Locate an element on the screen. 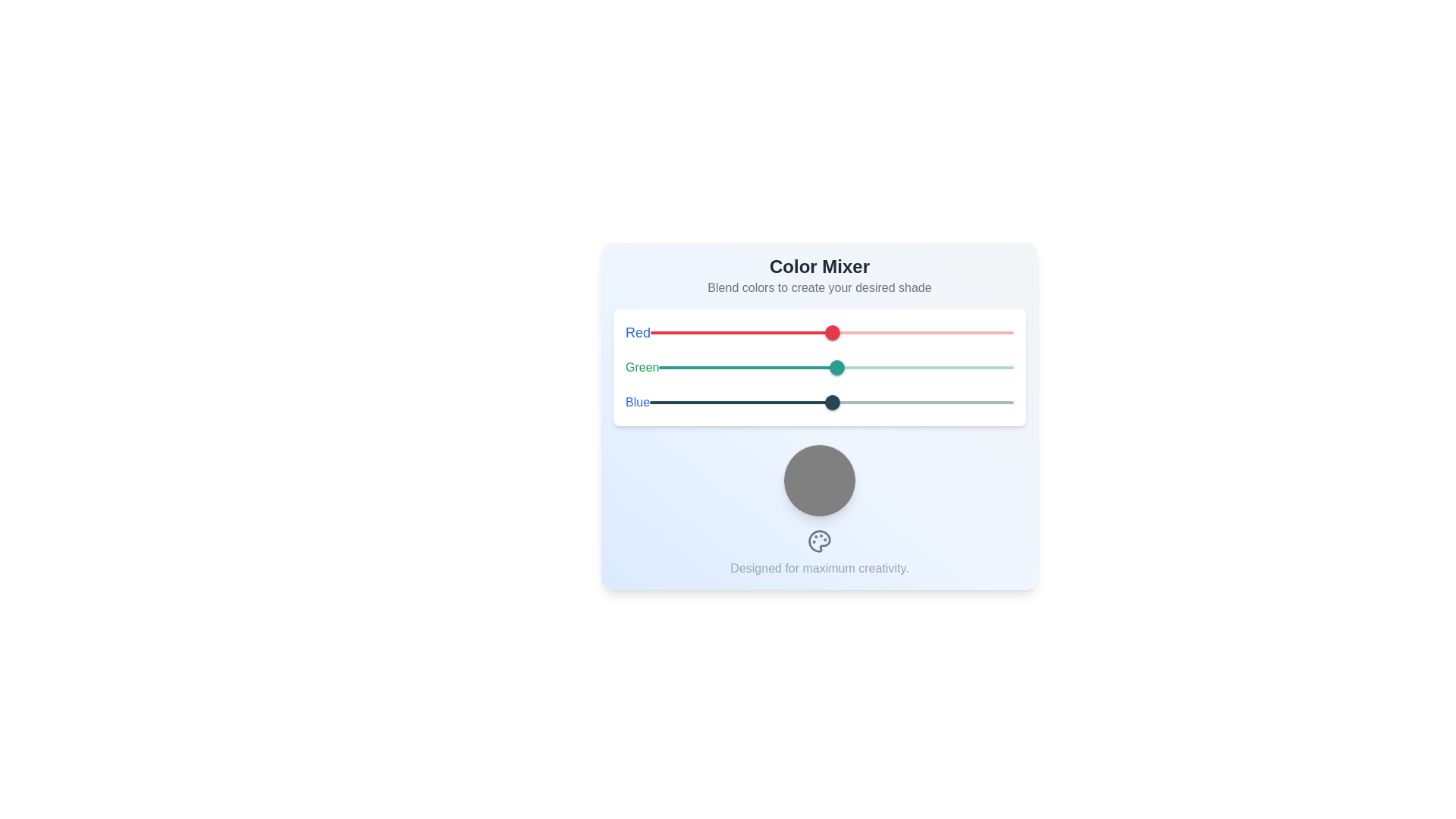  the green slider is located at coordinates (833, 368).